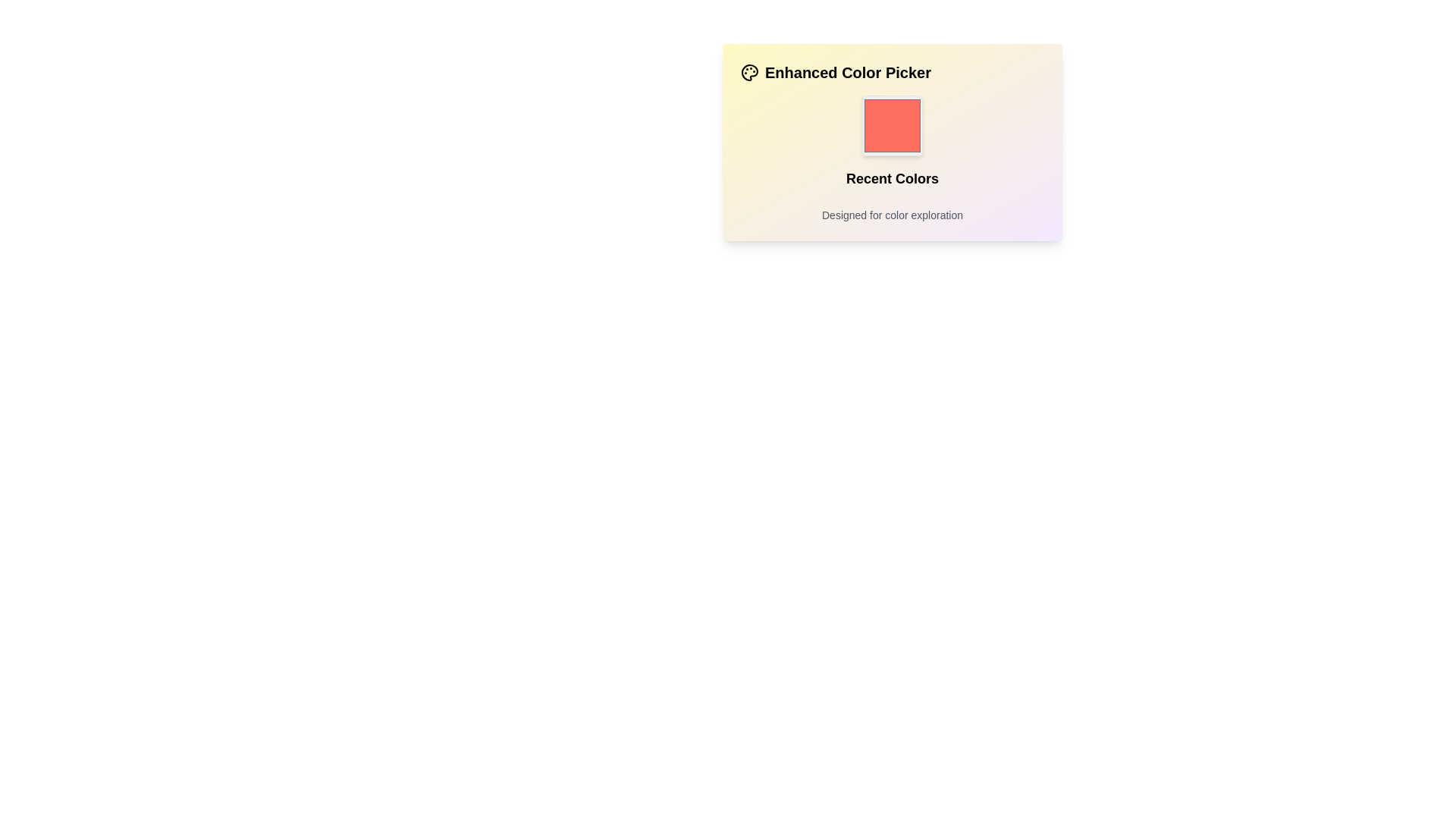 Image resolution: width=1456 pixels, height=819 pixels. Describe the element at coordinates (892, 177) in the screenshot. I see `Text Label that serves as a header for the section displaying recently used colors, located at the center of the section beneath a colorful square swatch` at that location.